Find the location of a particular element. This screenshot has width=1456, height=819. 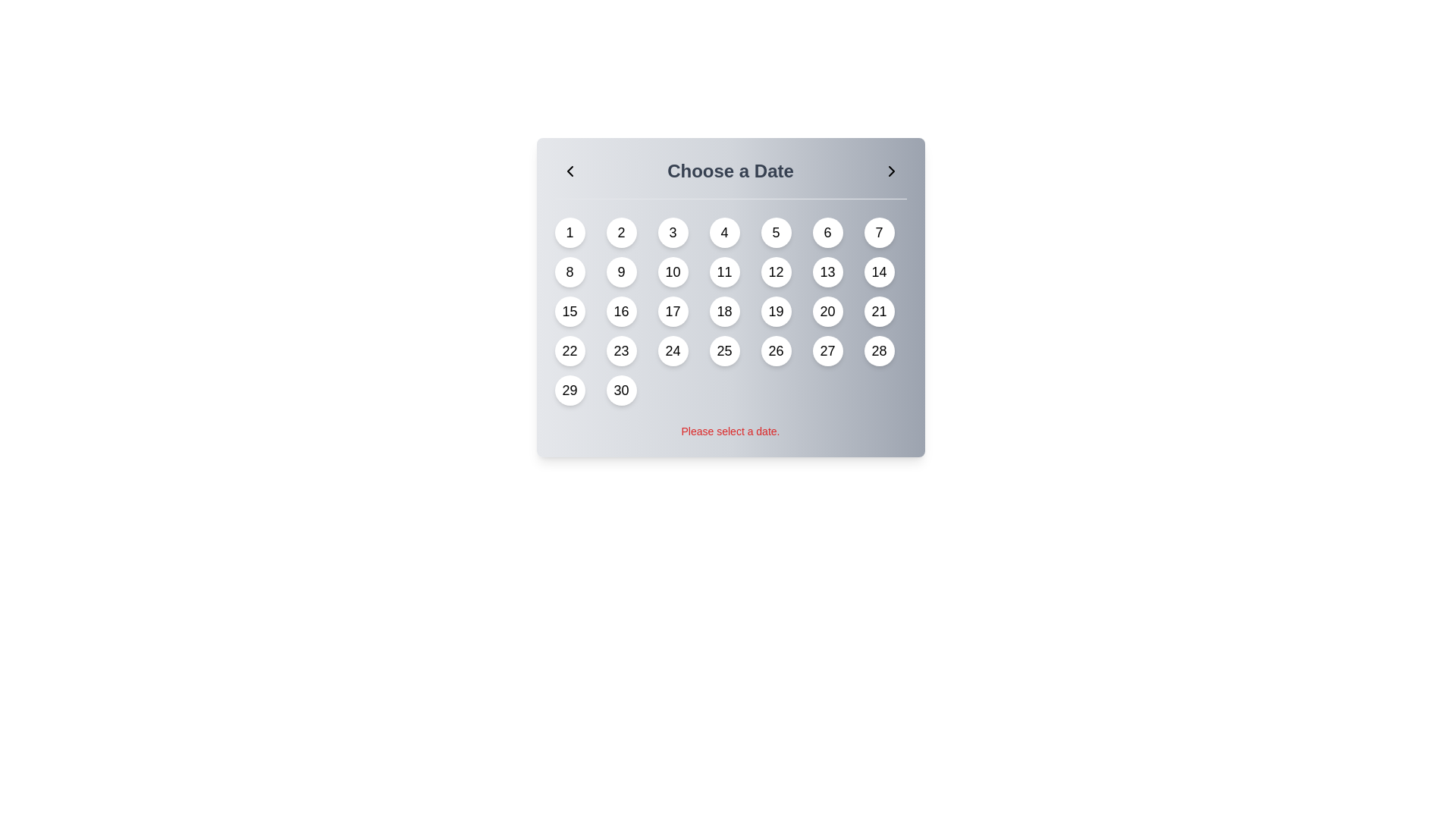

the '13' date button in the calendar interface is located at coordinates (827, 271).